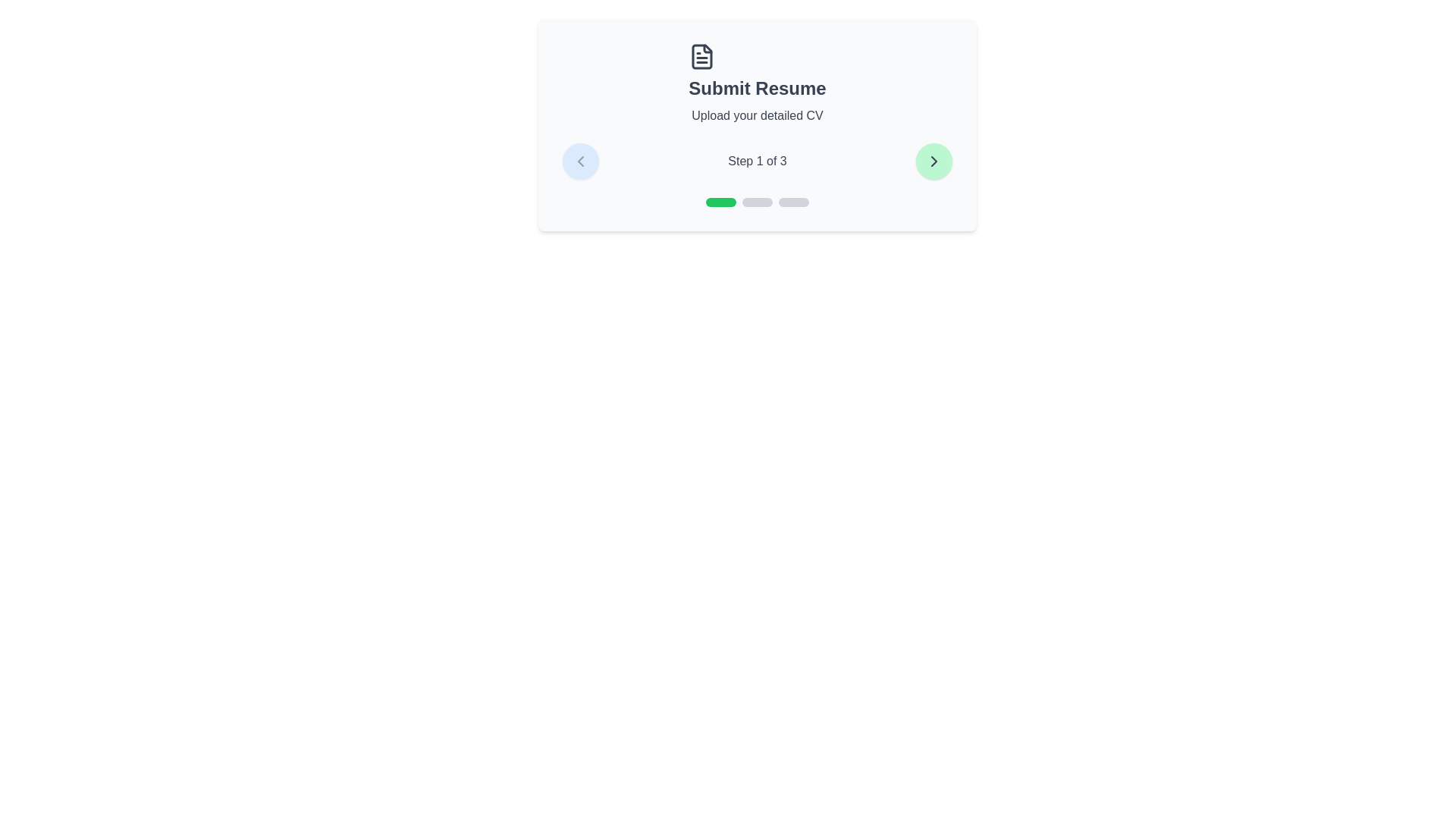 Image resolution: width=1456 pixels, height=819 pixels. I want to click on the step progress indicator to navigate to step 2, so click(757, 201).